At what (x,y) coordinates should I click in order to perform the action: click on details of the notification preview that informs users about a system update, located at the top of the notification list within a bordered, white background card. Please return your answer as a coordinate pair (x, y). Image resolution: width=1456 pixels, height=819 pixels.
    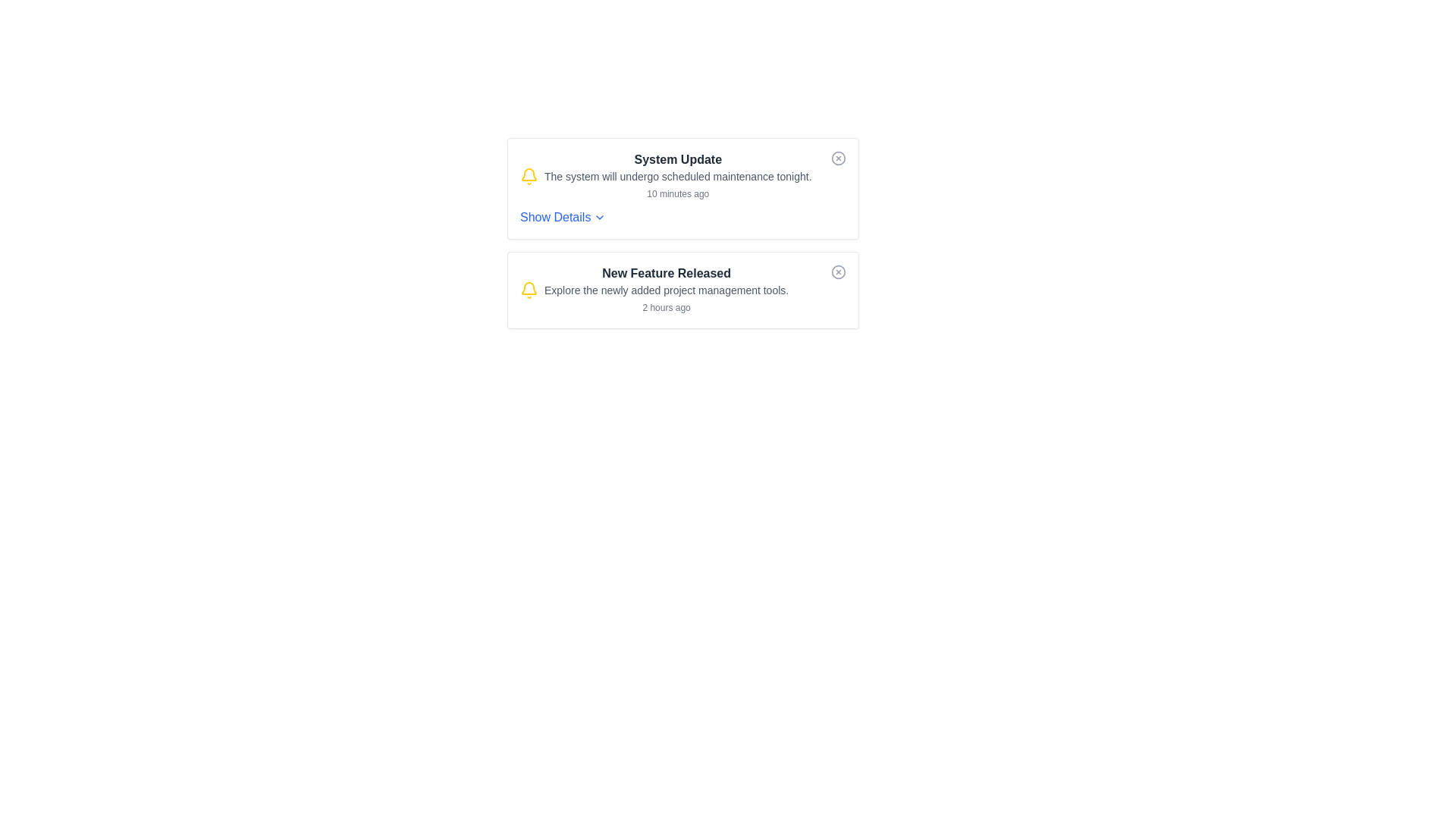
    Looking at the image, I should click on (682, 175).